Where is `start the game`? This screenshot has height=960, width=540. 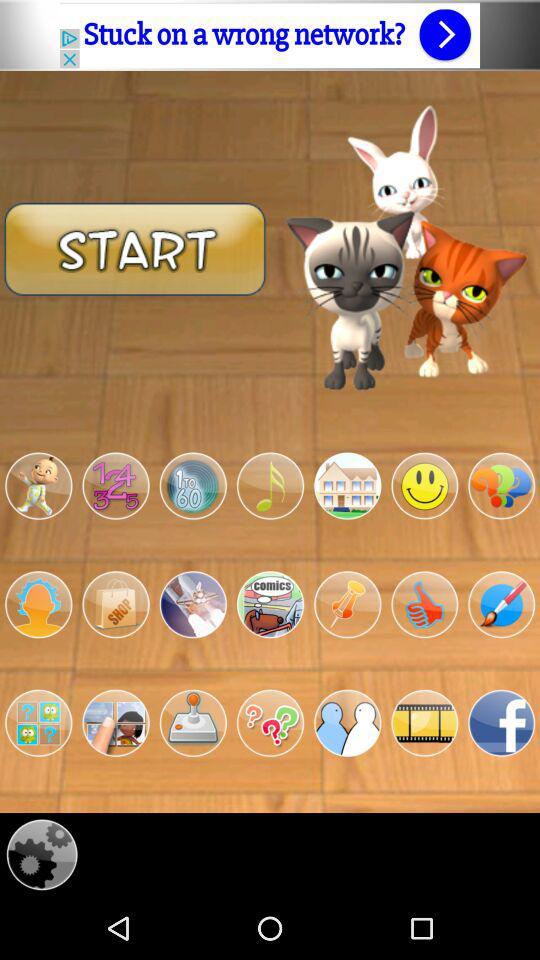 start the game is located at coordinates (135, 247).